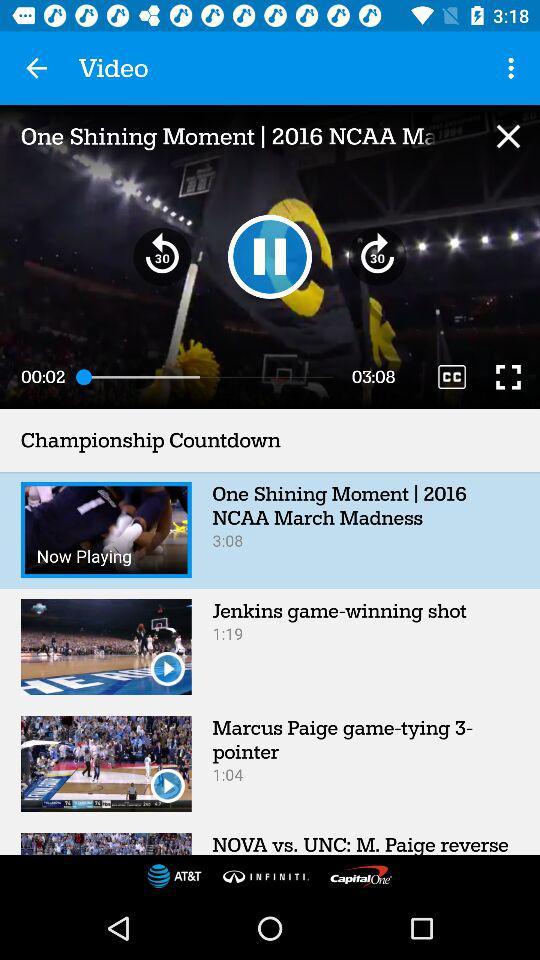 This screenshot has height=960, width=540. Describe the element at coordinates (161, 255) in the screenshot. I see `rewind video 30 seconds back` at that location.